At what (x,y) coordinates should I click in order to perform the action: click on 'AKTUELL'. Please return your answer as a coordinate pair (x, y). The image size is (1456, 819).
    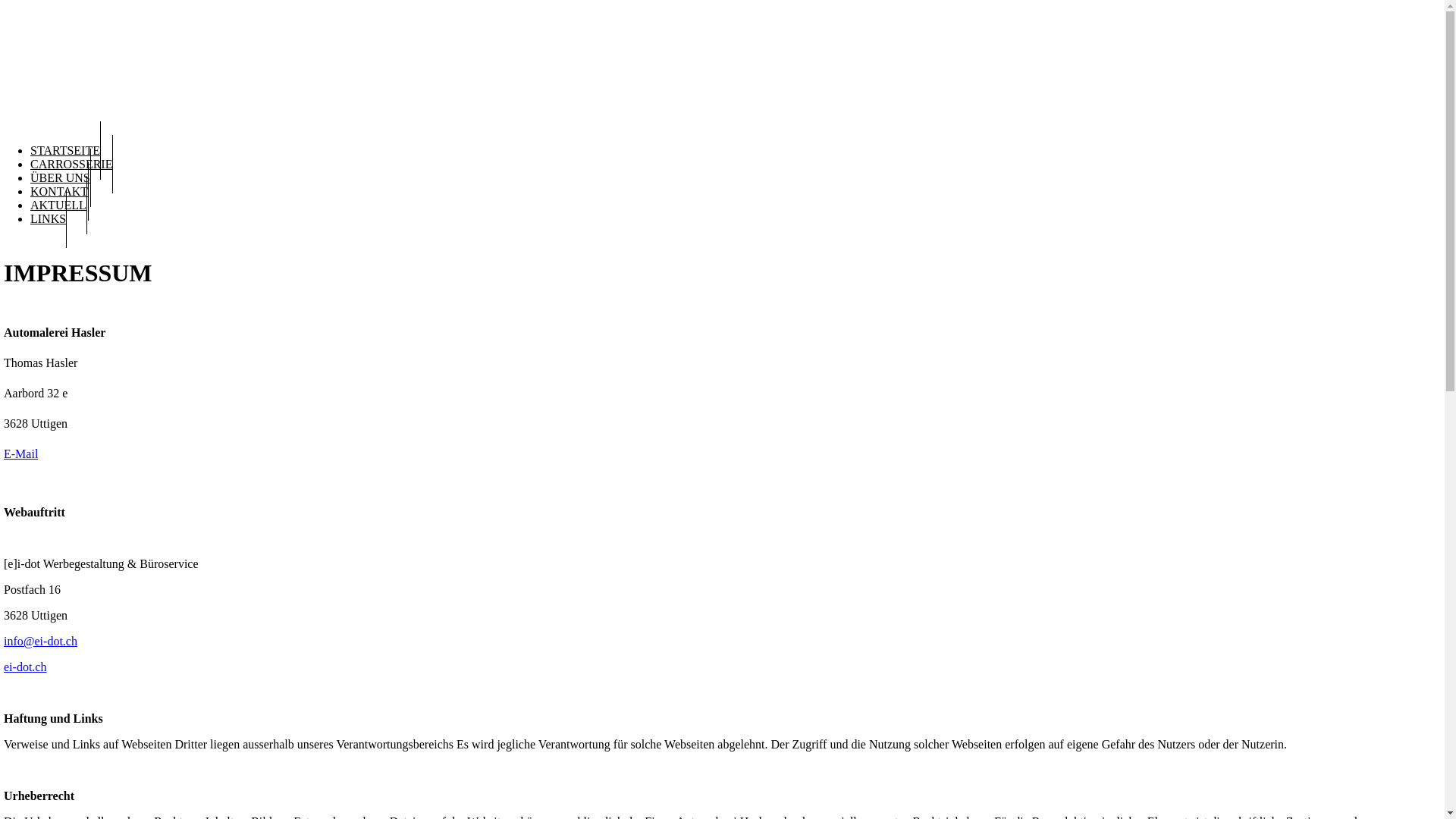
    Looking at the image, I should click on (58, 205).